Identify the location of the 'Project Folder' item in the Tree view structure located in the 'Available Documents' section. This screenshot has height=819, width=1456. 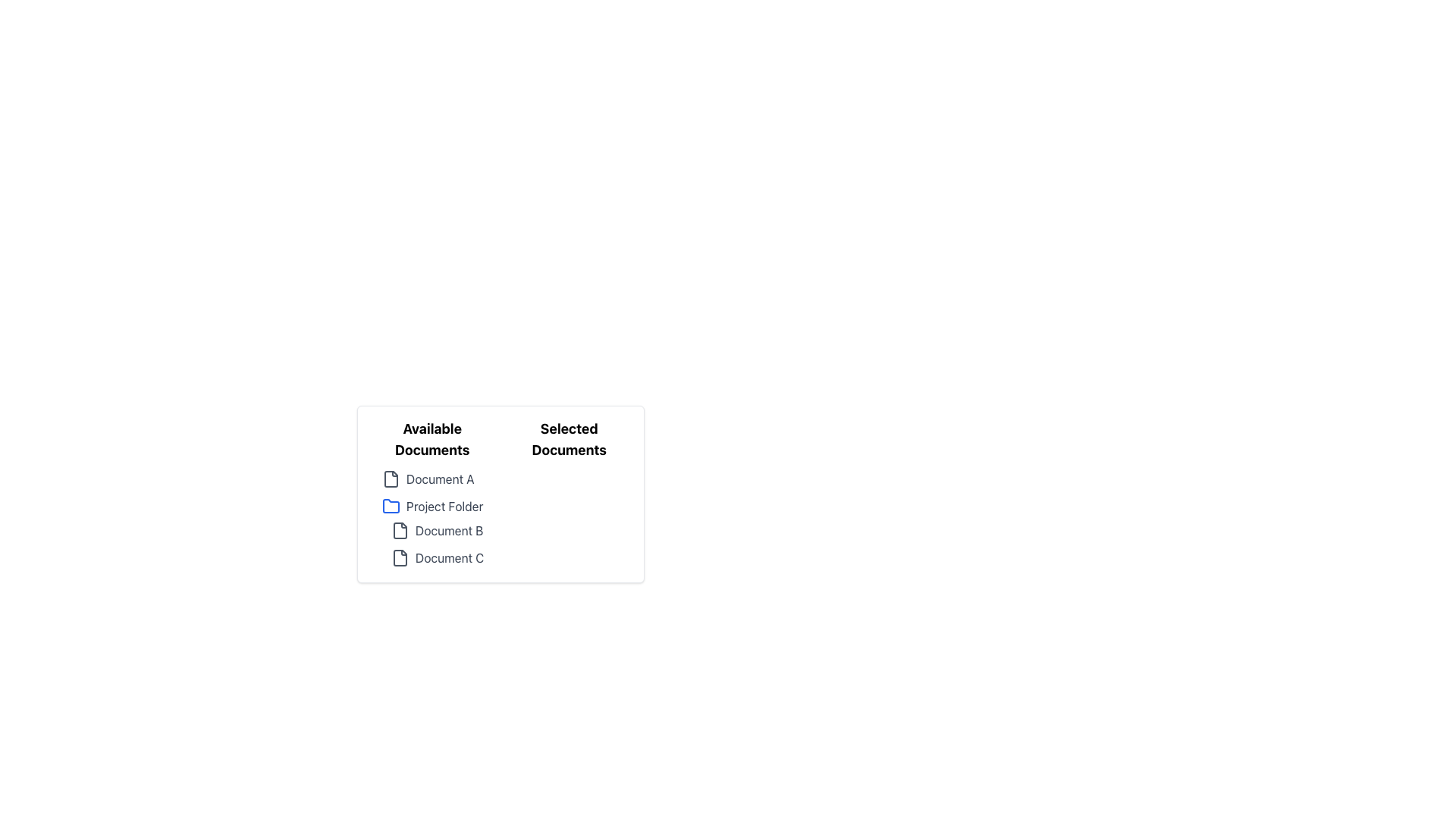
(431, 517).